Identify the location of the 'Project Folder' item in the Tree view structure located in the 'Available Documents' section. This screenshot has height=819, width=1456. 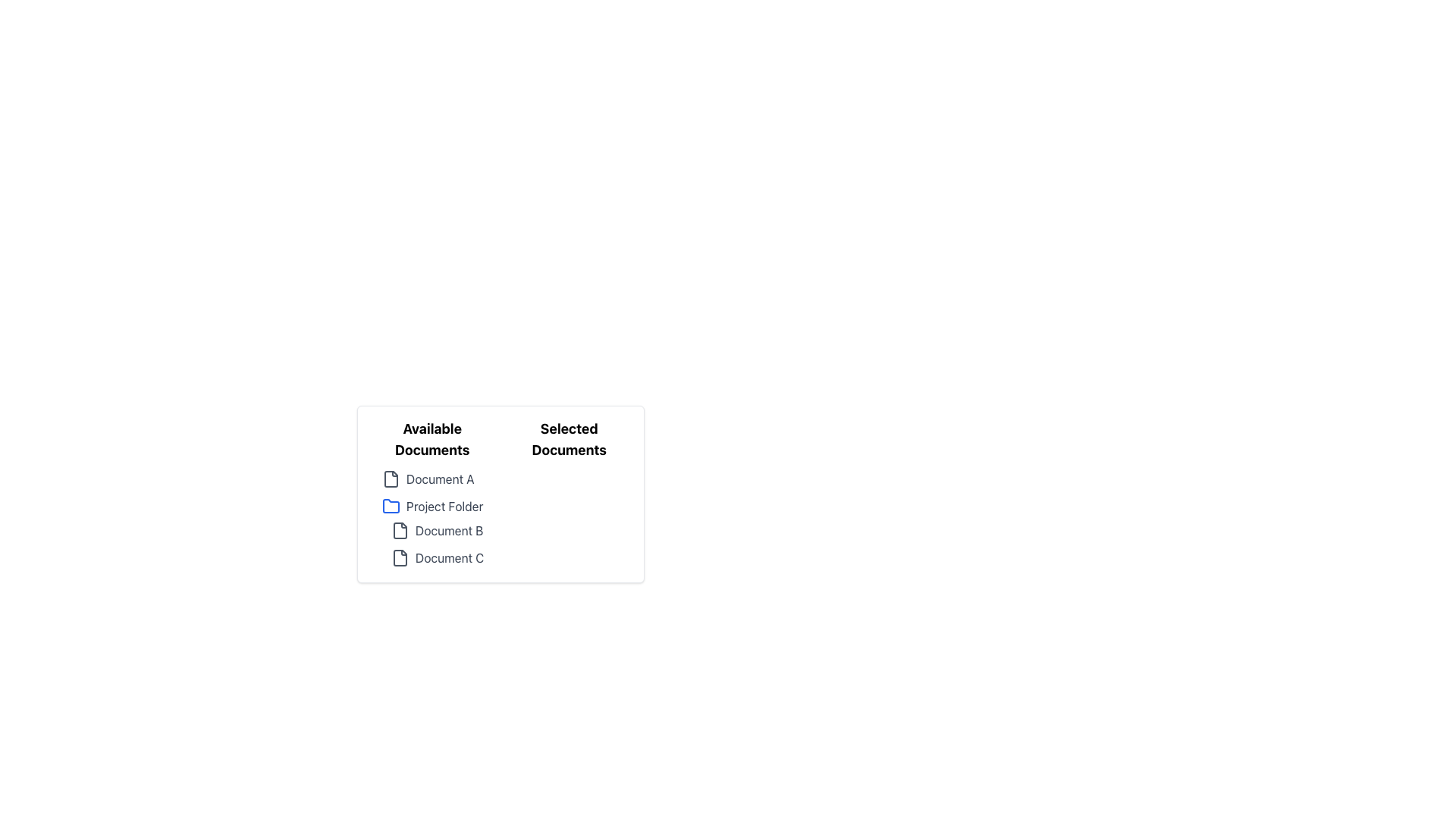
(431, 517).